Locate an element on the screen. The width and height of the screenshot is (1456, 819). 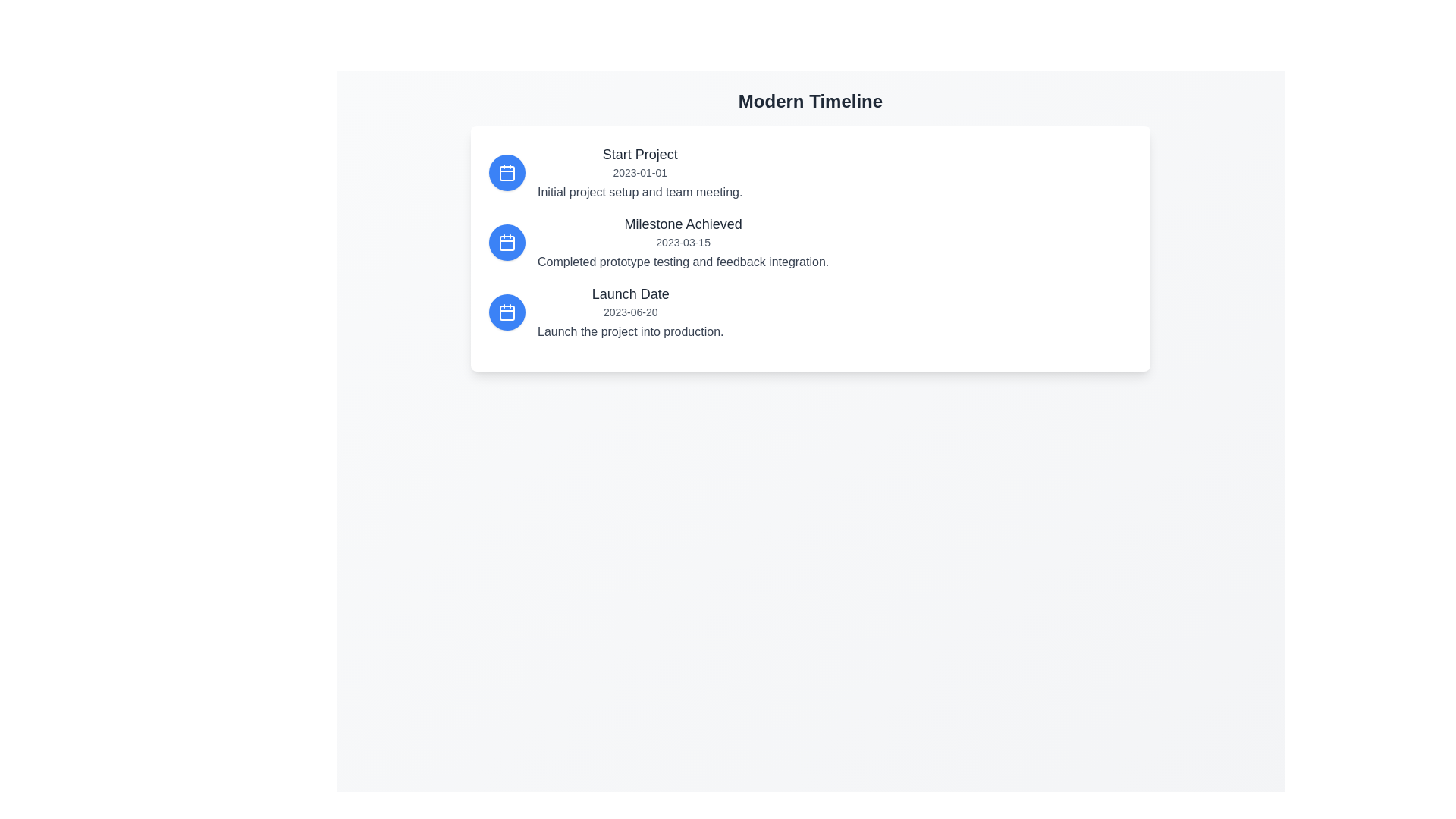
the Circular Icon Button representing 'Launch Date' for keyboard navigation, located beneath the second blue icon in the timeline interface is located at coordinates (507, 312).